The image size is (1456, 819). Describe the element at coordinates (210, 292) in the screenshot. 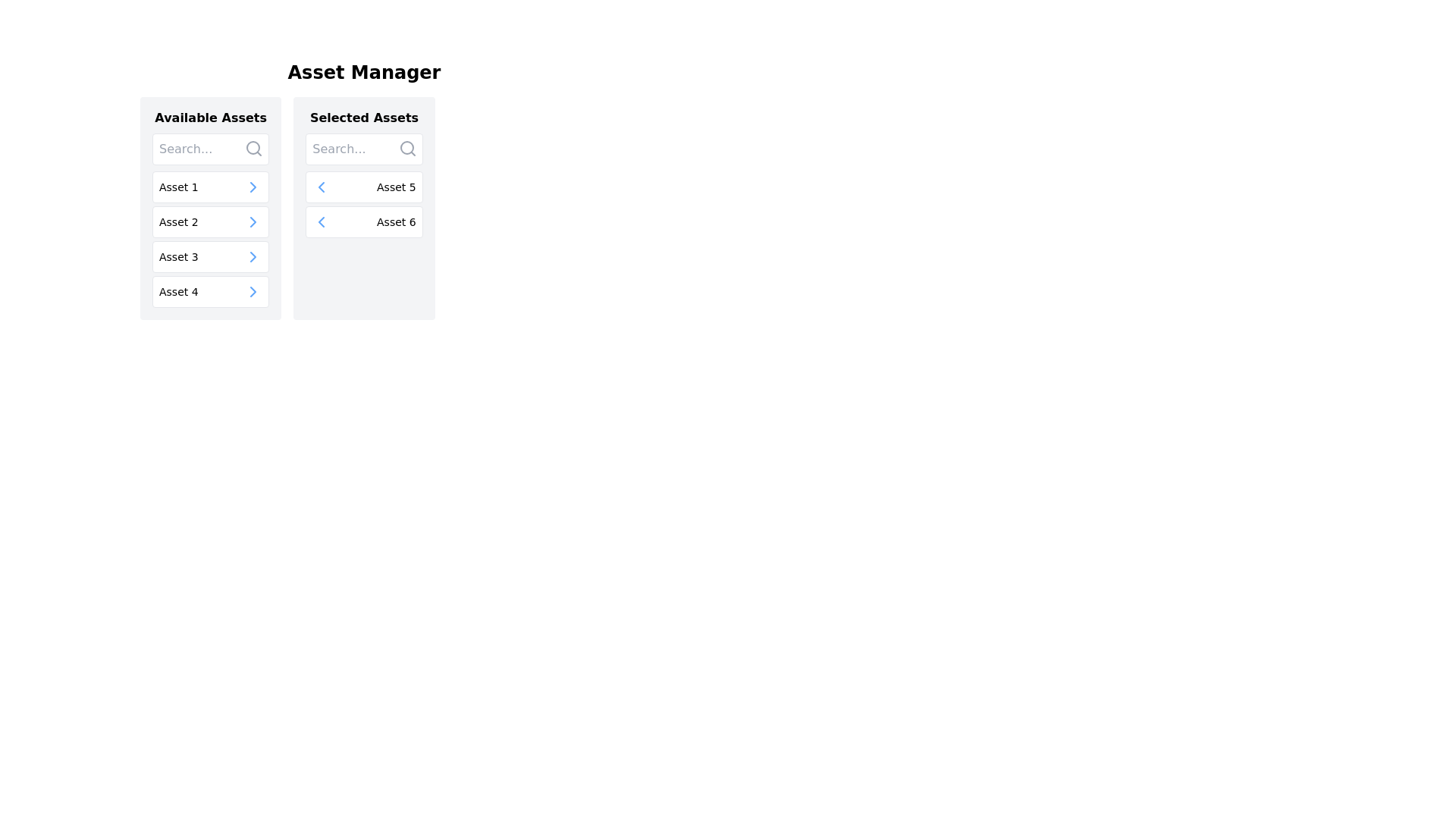

I see `the list item labeled 'Asset 4', which is a rectangular component with a white background and rounded corners, located in the left column titled 'Available Assets'` at that location.